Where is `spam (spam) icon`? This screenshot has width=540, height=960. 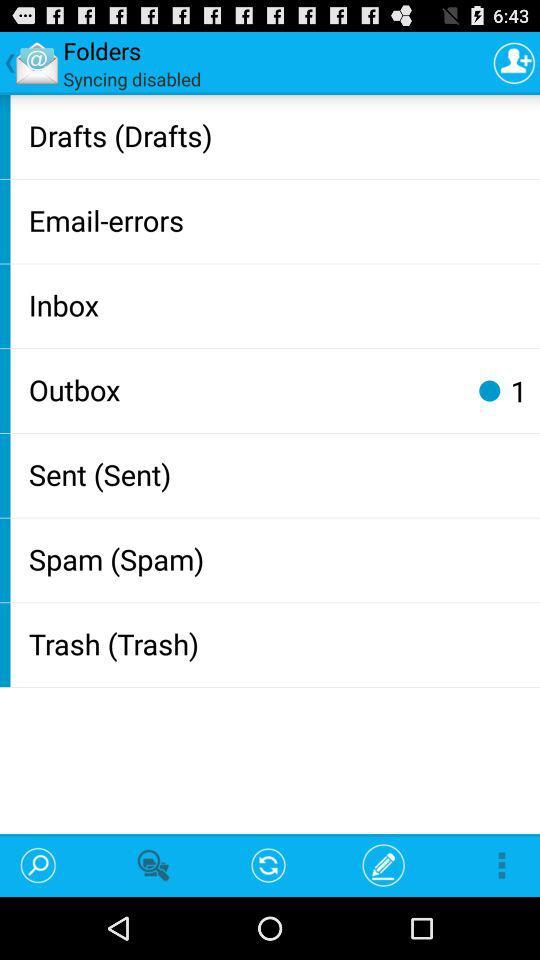
spam (spam) icon is located at coordinates (279, 558).